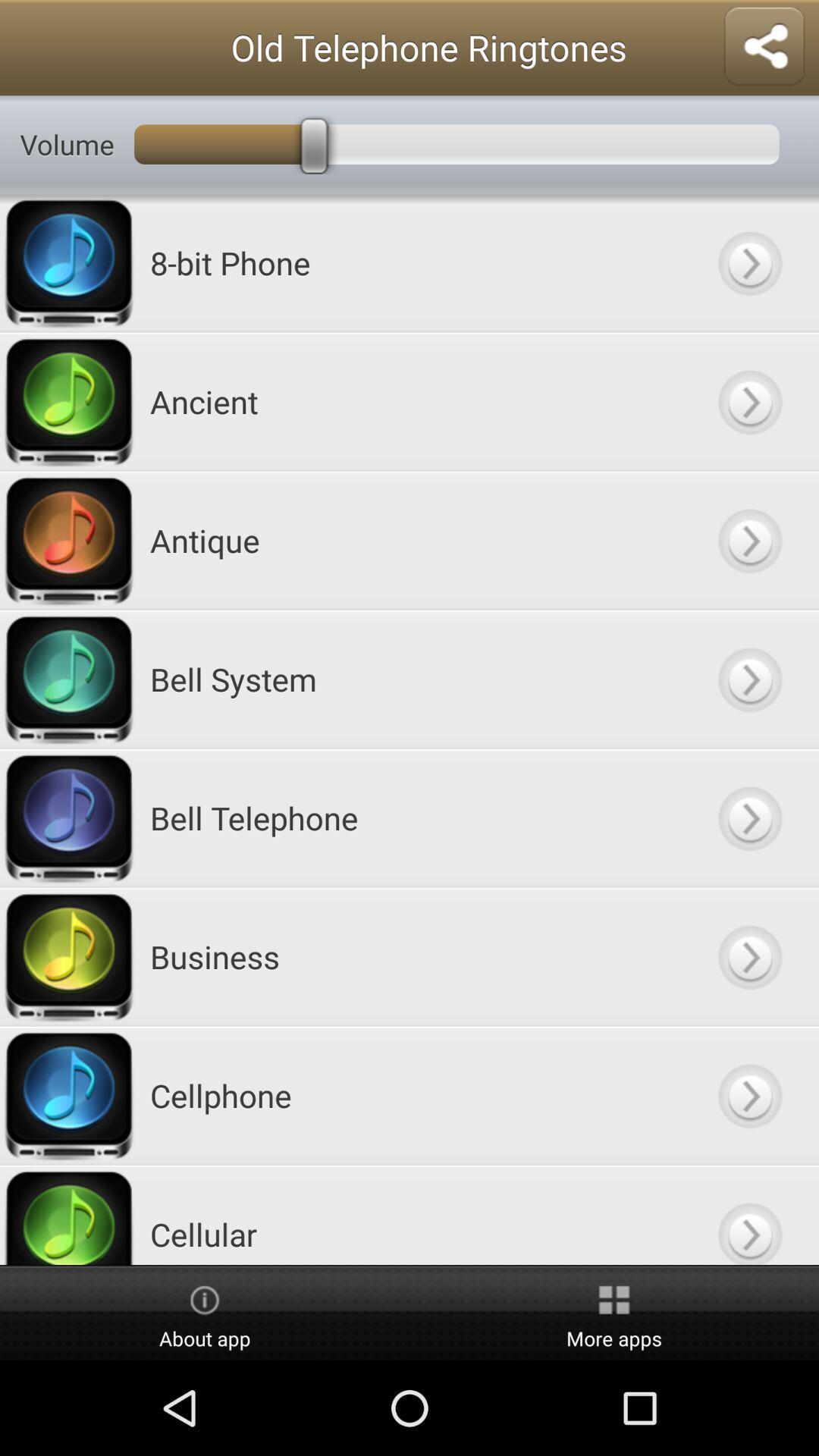 The width and height of the screenshot is (819, 1456). I want to click on music, so click(748, 540).